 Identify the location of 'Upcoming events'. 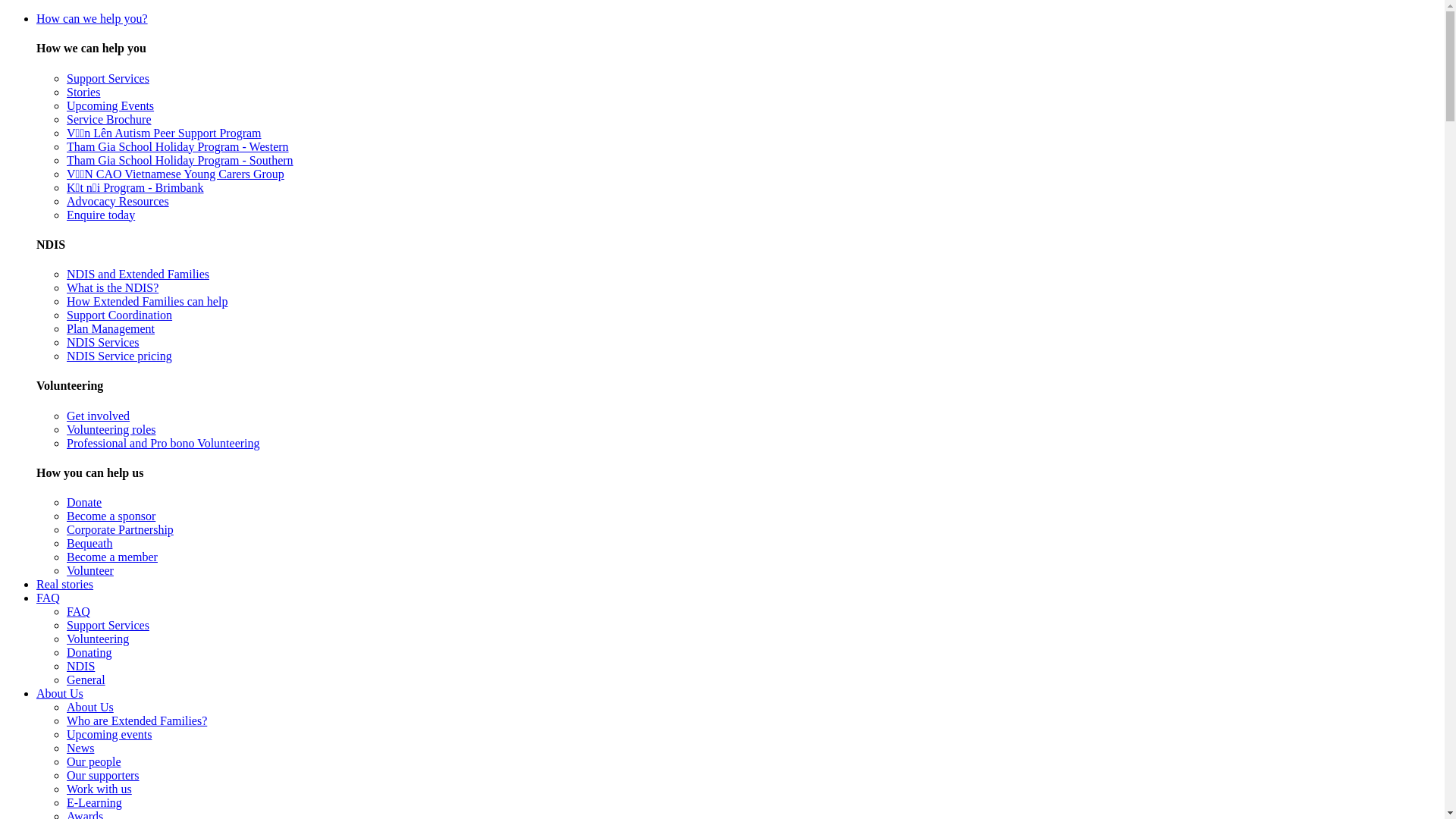
(65, 733).